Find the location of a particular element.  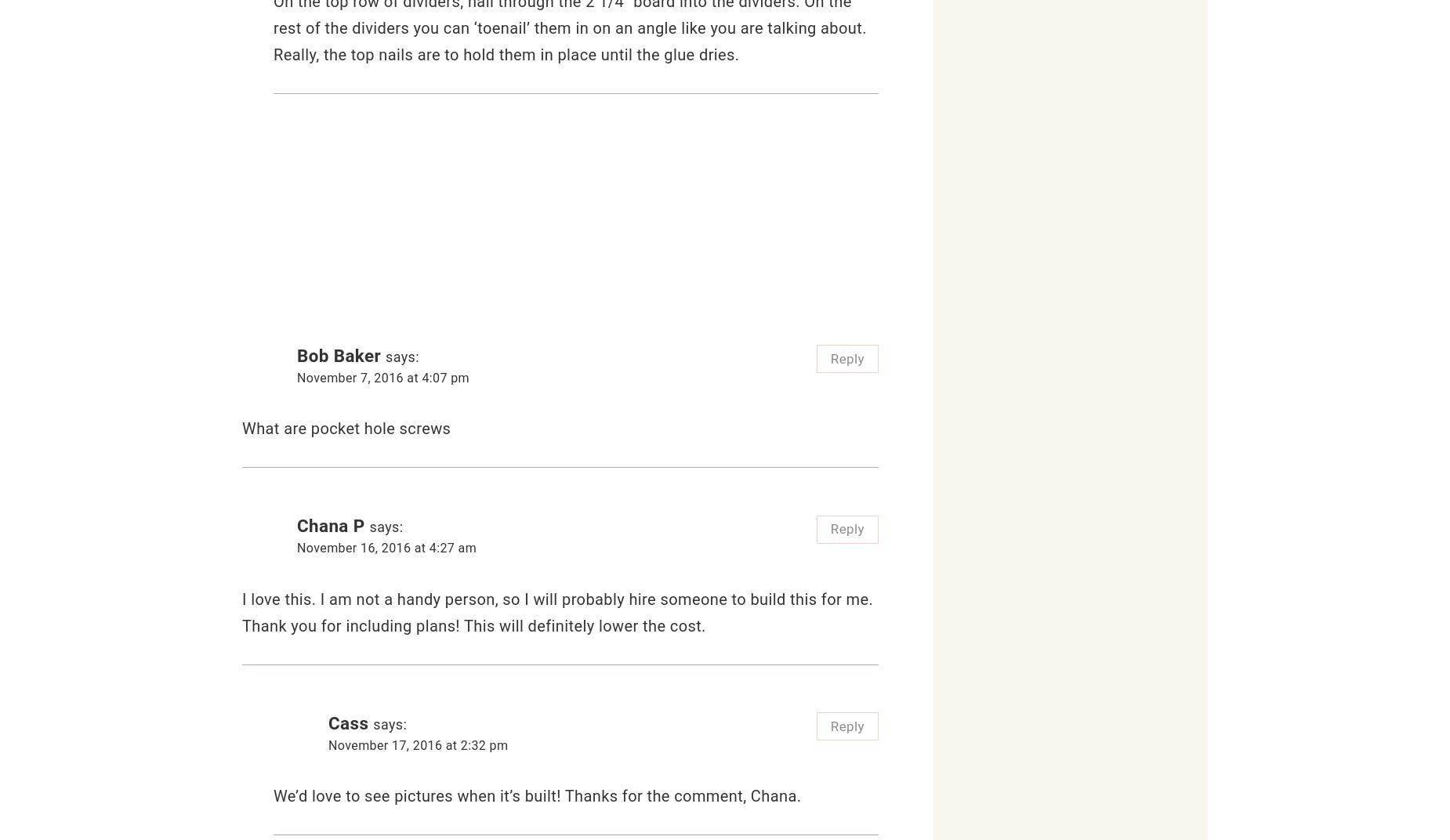

'We’d love to see pictures when it’s built! Thanks for the comment, Chana.' is located at coordinates (272, 795).